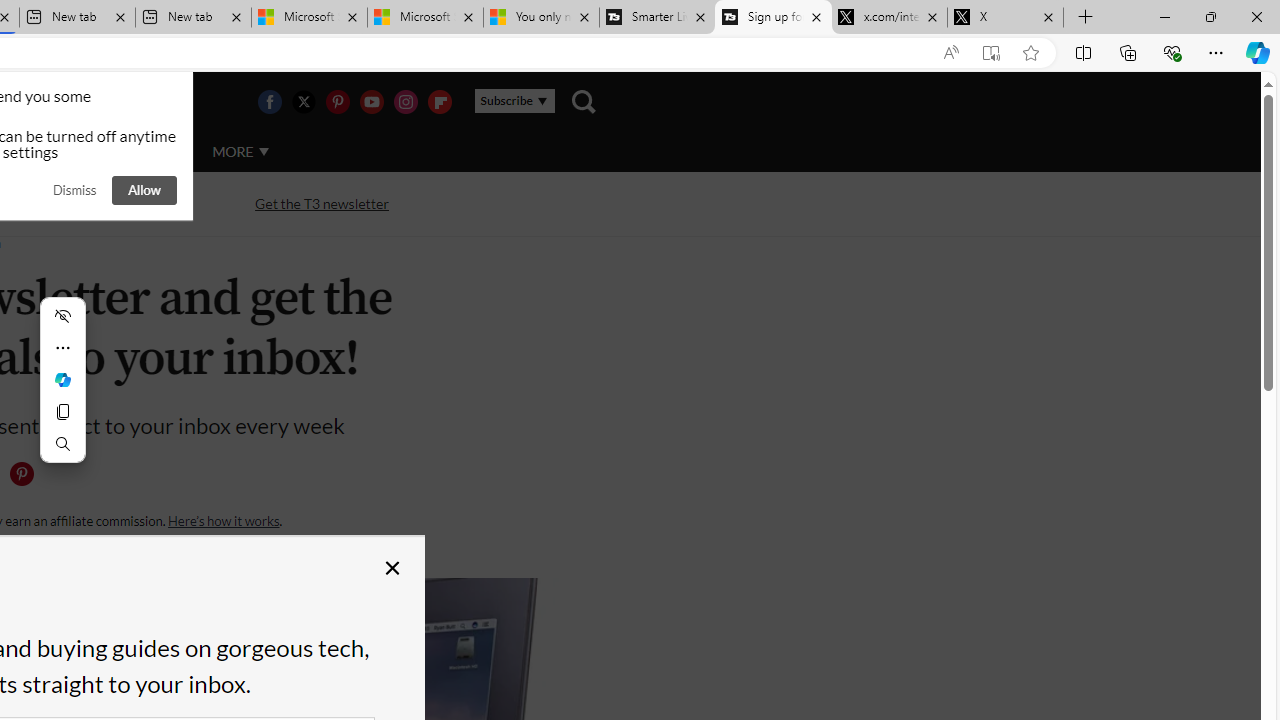 Image resolution: width=1280 pixels, height=720 pixels. I want to click on 'Class: icon-svg', so click(21, 474).